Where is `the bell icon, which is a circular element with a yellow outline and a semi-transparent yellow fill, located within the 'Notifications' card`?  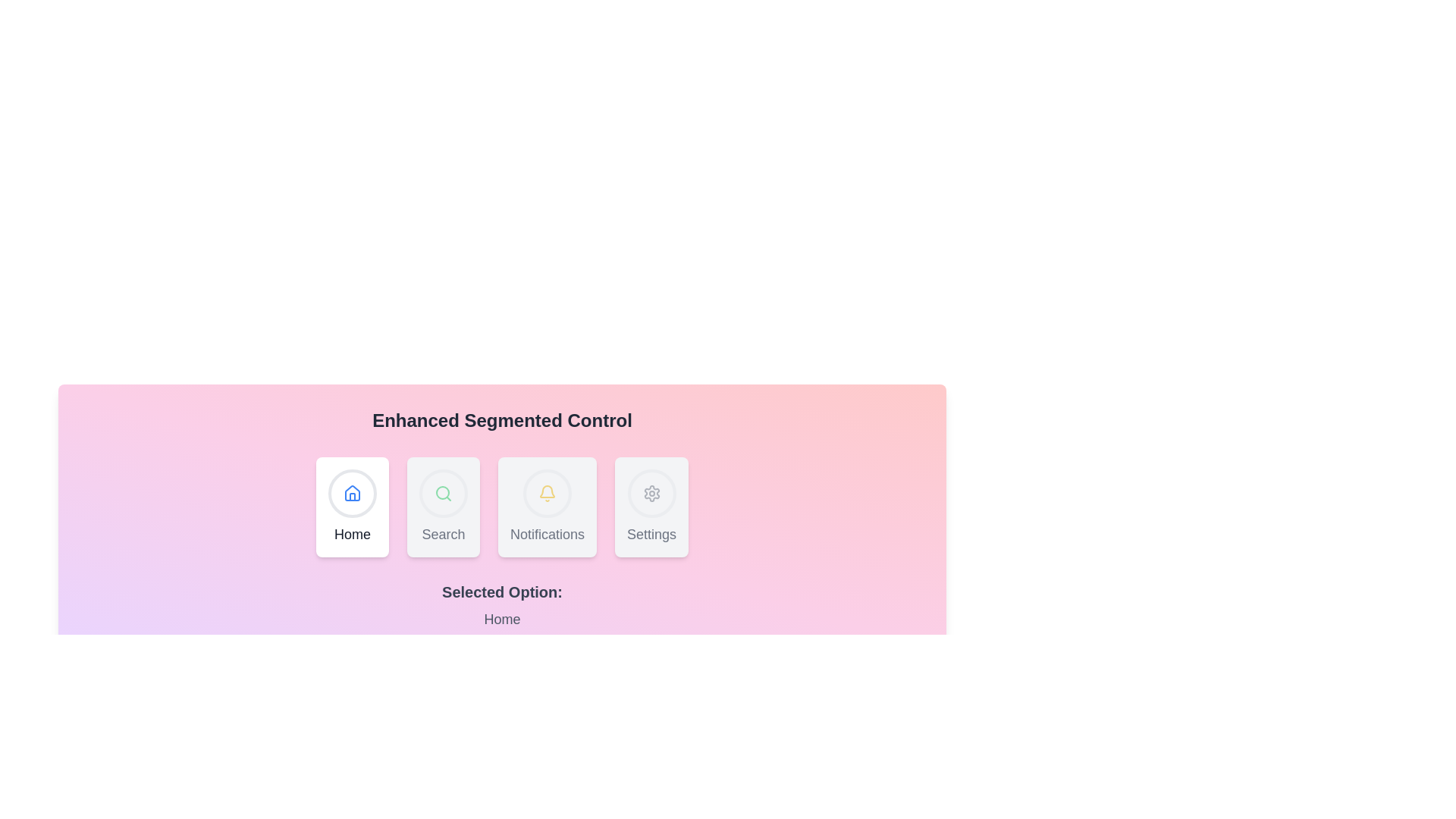 the bell icon, which is a circular element with a yellow outline and a semi-transparent yellow fill, located within the 'Notifications' card is located at coordinates (546, 494).